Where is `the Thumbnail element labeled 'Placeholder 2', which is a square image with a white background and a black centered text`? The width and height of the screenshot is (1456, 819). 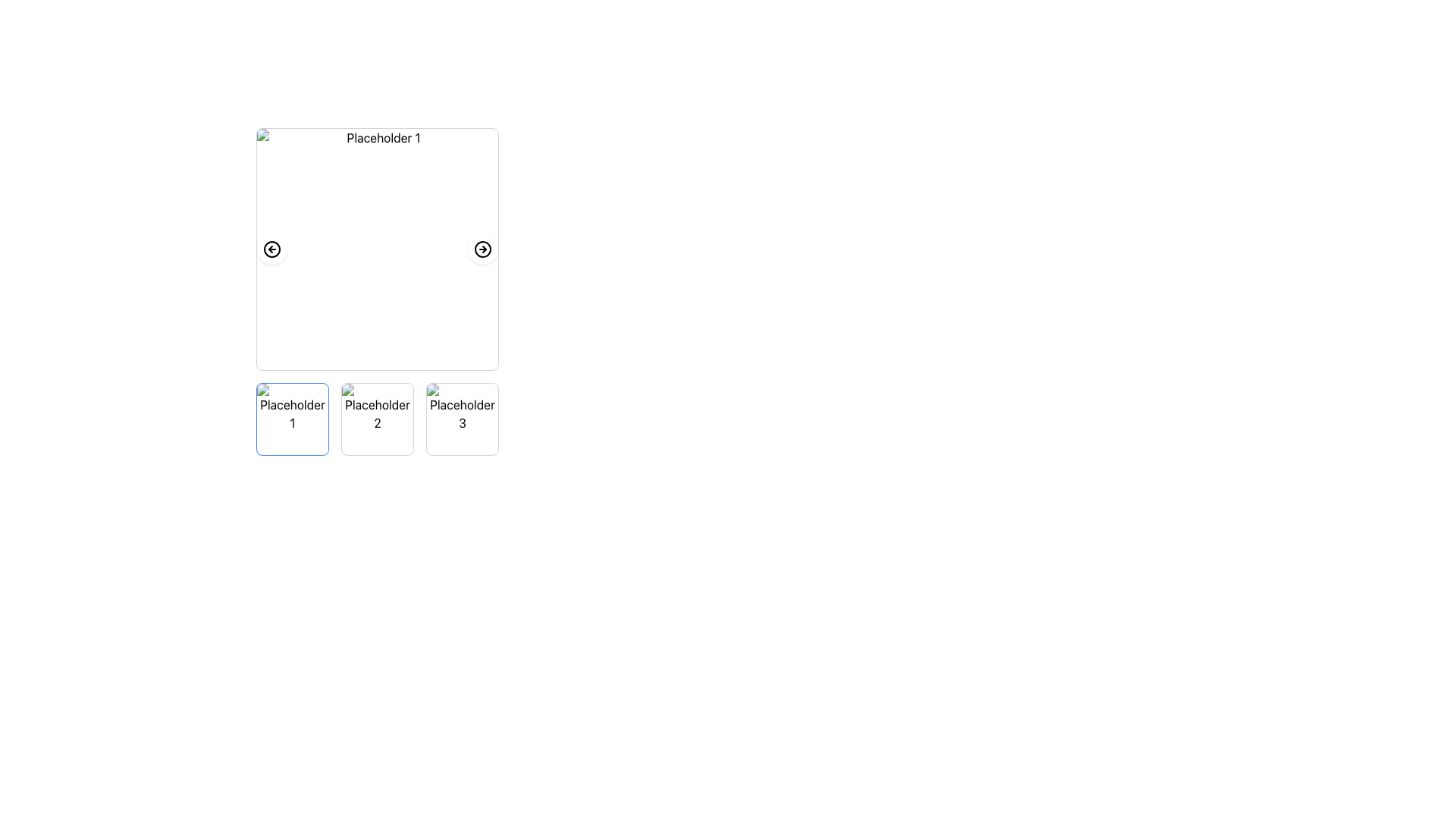 the Thumbnail element labeled 'Placeholder 2', which is a square image with a white background and a black centered text is located at coordinates (378, 419).